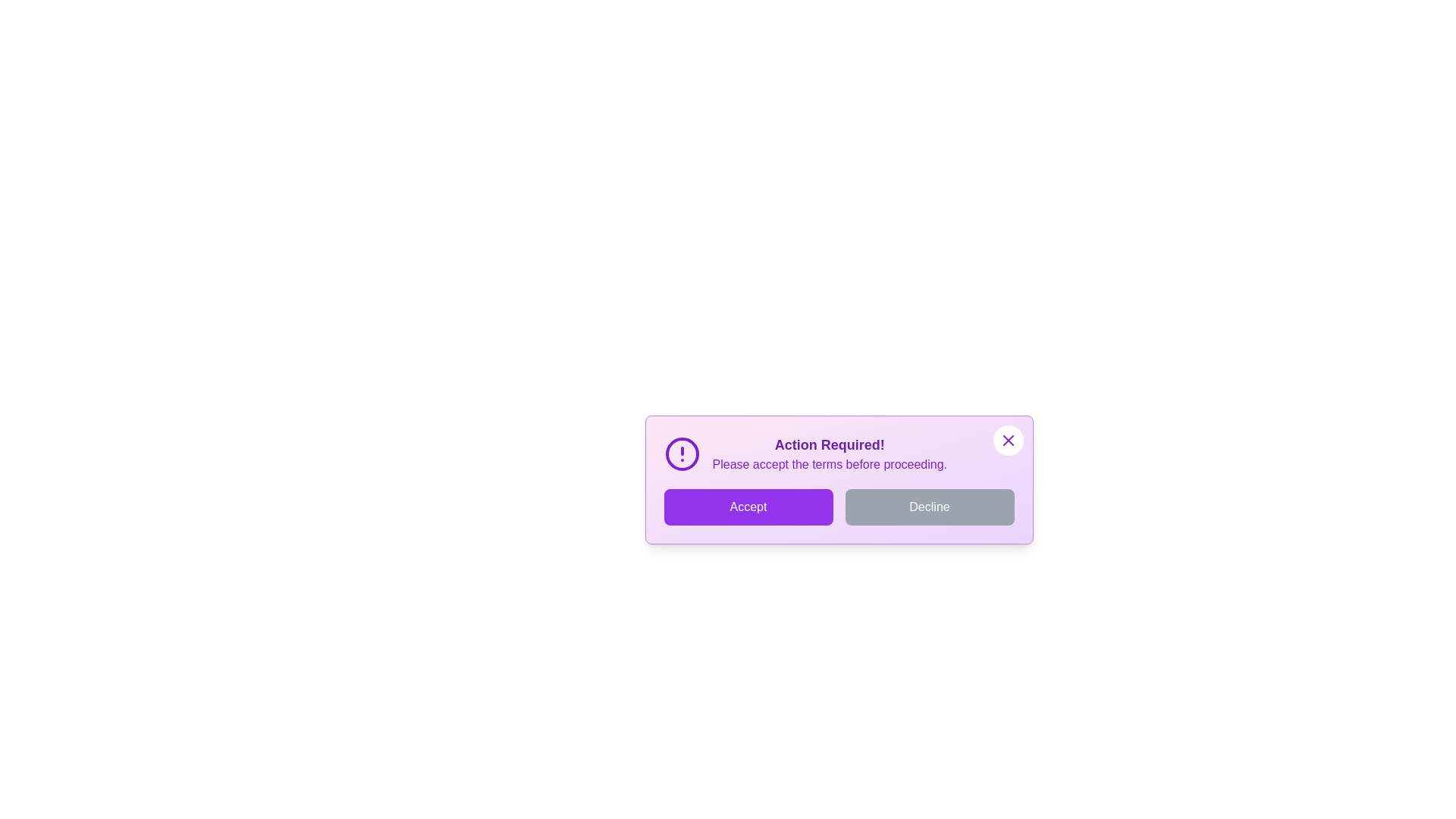  What do you see at coordinates (928, 507) in the screenshot?
I see `the 'Decline' button to close the alert` at bounding box center [928, 507].